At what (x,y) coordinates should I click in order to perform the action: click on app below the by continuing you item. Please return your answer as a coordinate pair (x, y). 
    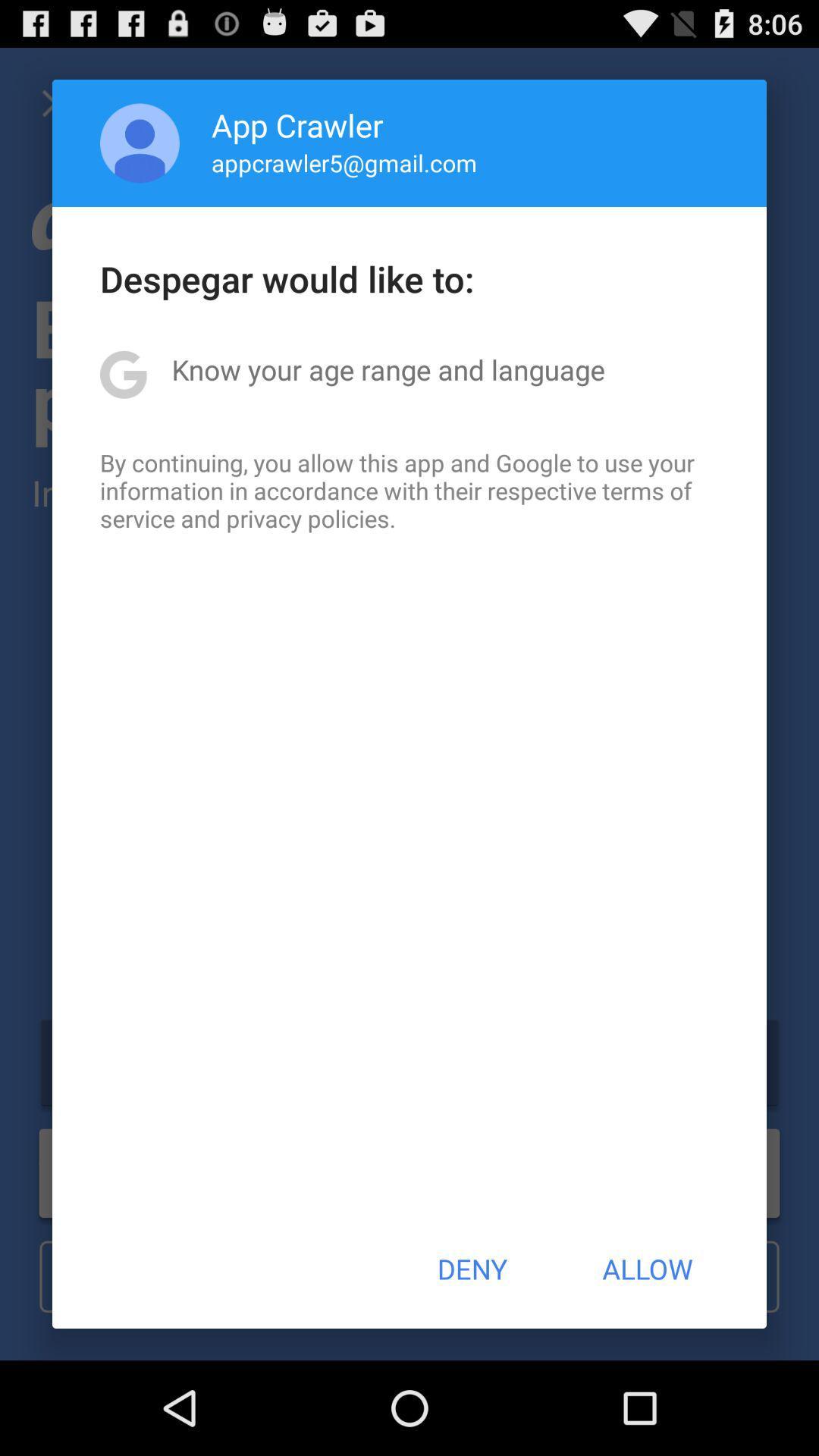
    Looking at the image, I should click on (471, 1269).